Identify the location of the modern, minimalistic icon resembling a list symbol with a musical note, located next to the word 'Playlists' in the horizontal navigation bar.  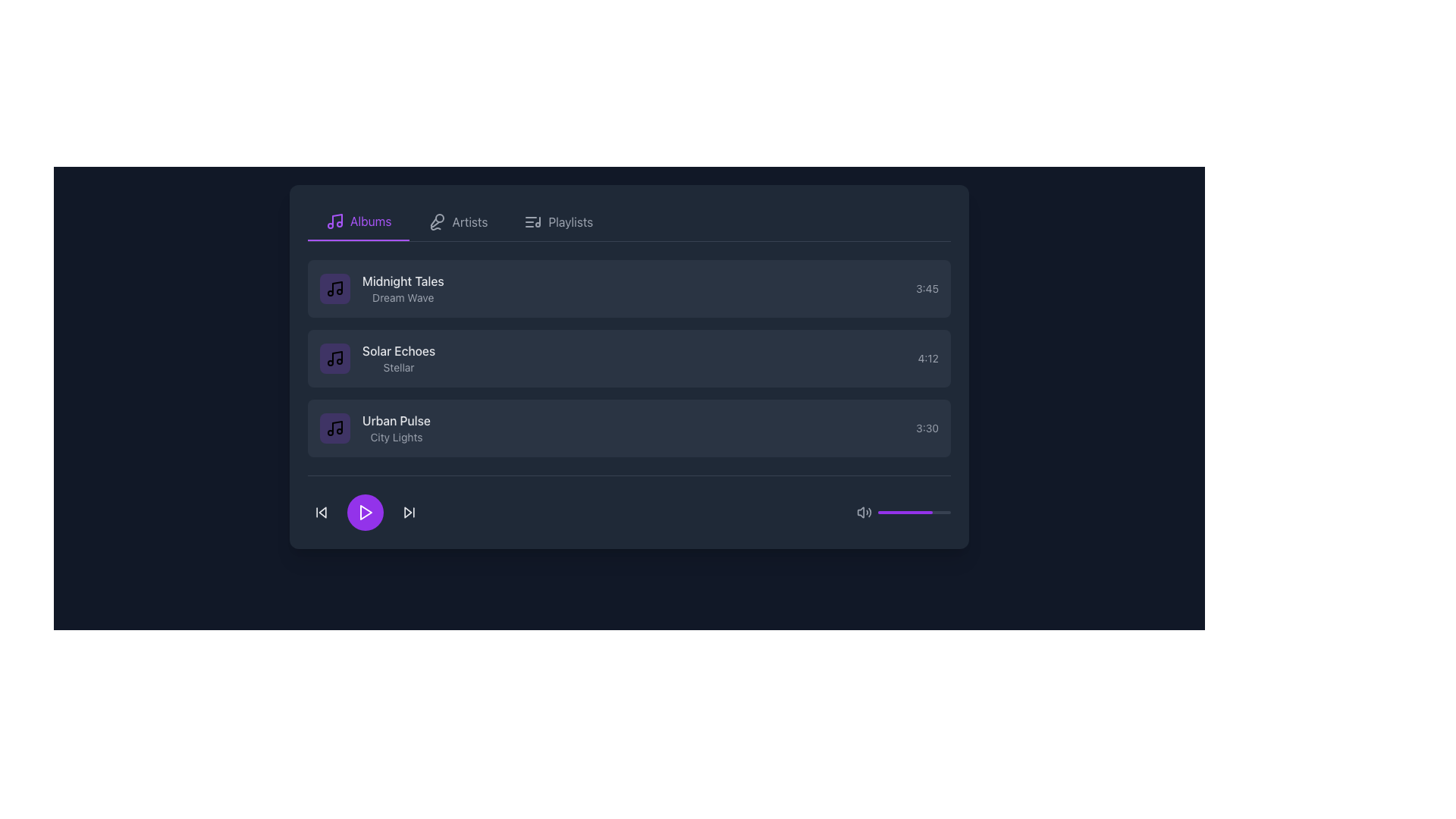
(533, 222).